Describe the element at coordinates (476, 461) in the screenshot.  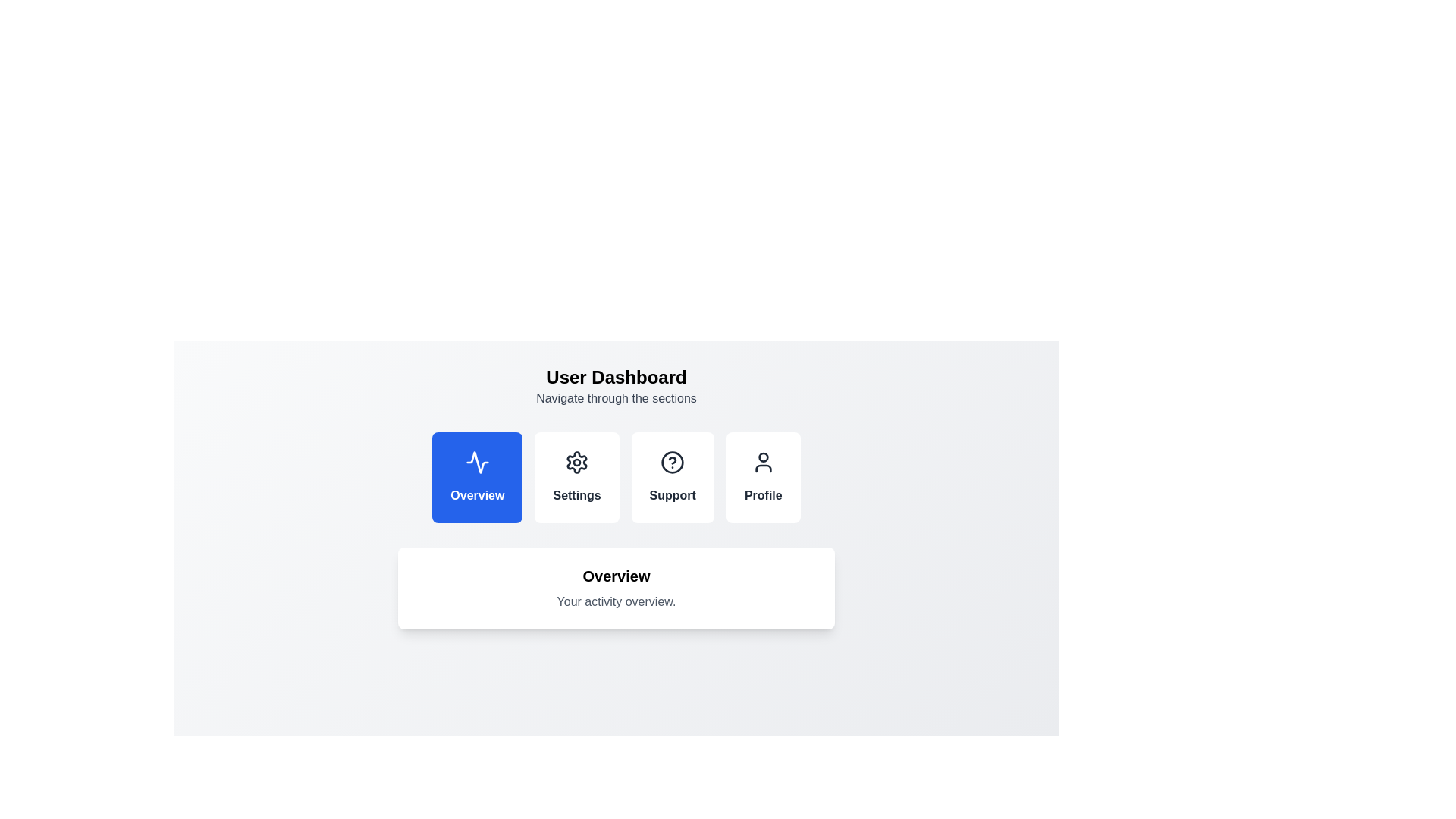
I see `the 'Overview' icon located in the first button of the navigation grid below the 'User Dashboard' heading` at that location.